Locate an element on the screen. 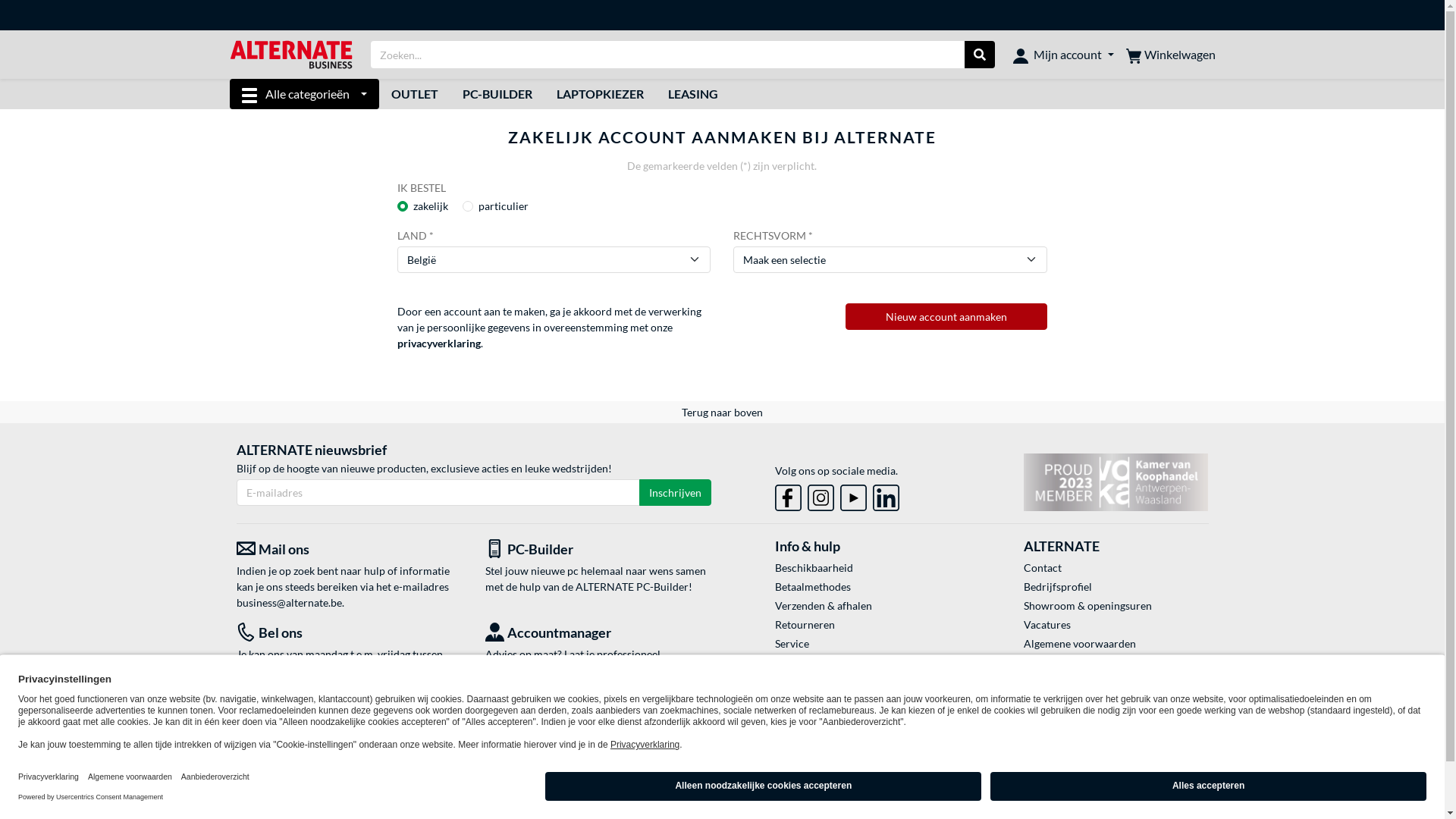 The height and width of the screenshot is (819, 1456). 'LEASING' is located at coordinates (692, 93).